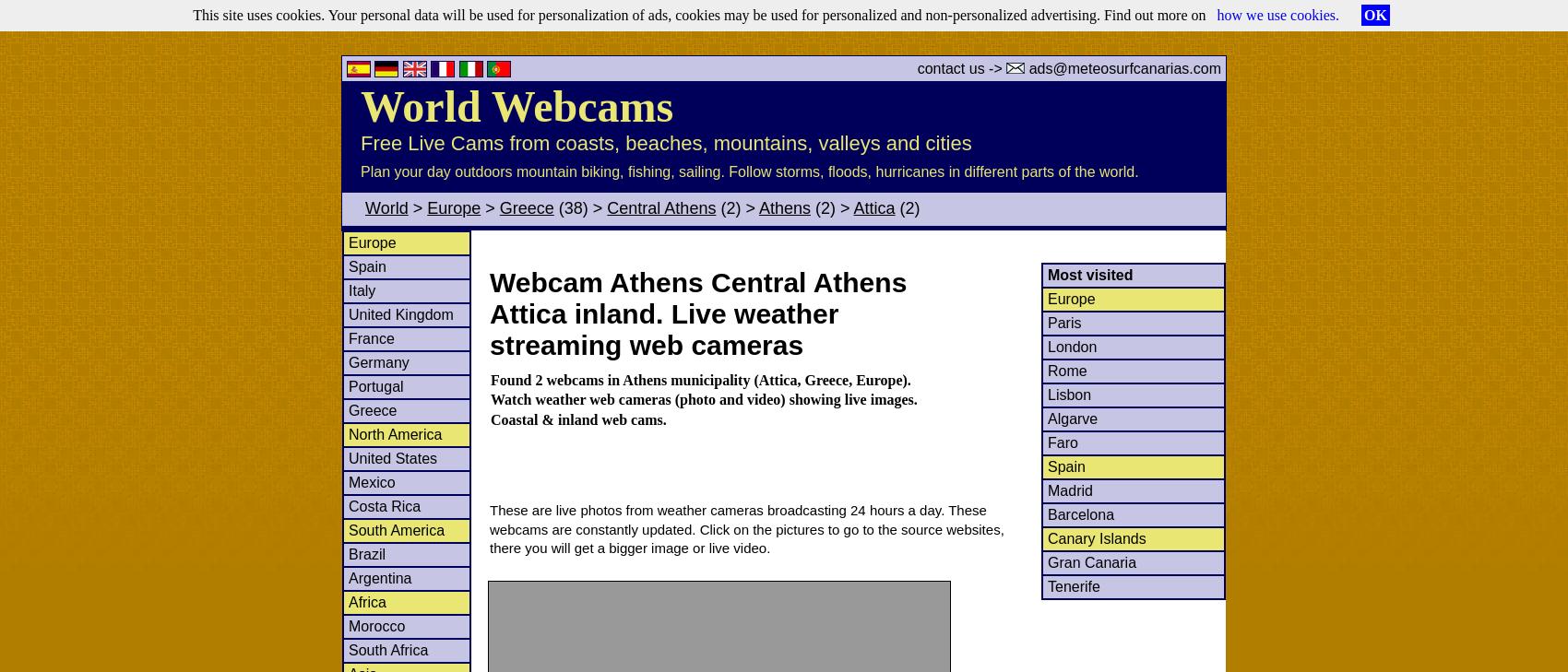  What do you see at coordinates (745, 528) in the screenshot?
I see `'These are live photos from weather cameras broadcasting 24 hours a day. These webcams are constantly updated. Click on the pictures to go to the source websites, there you will get a bigger image or live video.'` at bounding box center [745, 528].